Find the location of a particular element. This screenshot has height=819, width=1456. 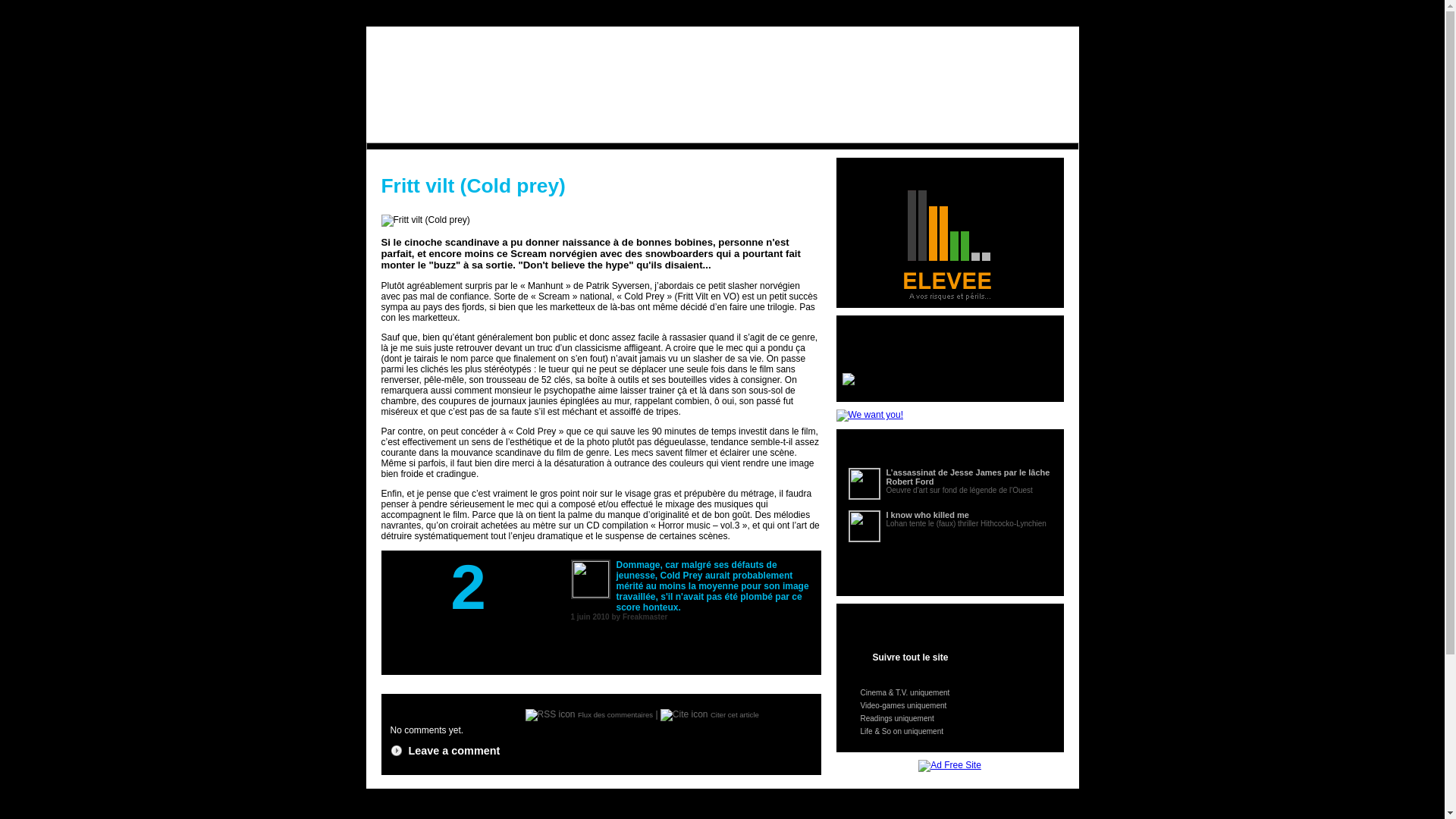

'Suivre tout le site' is located at coordinates (840, 657).